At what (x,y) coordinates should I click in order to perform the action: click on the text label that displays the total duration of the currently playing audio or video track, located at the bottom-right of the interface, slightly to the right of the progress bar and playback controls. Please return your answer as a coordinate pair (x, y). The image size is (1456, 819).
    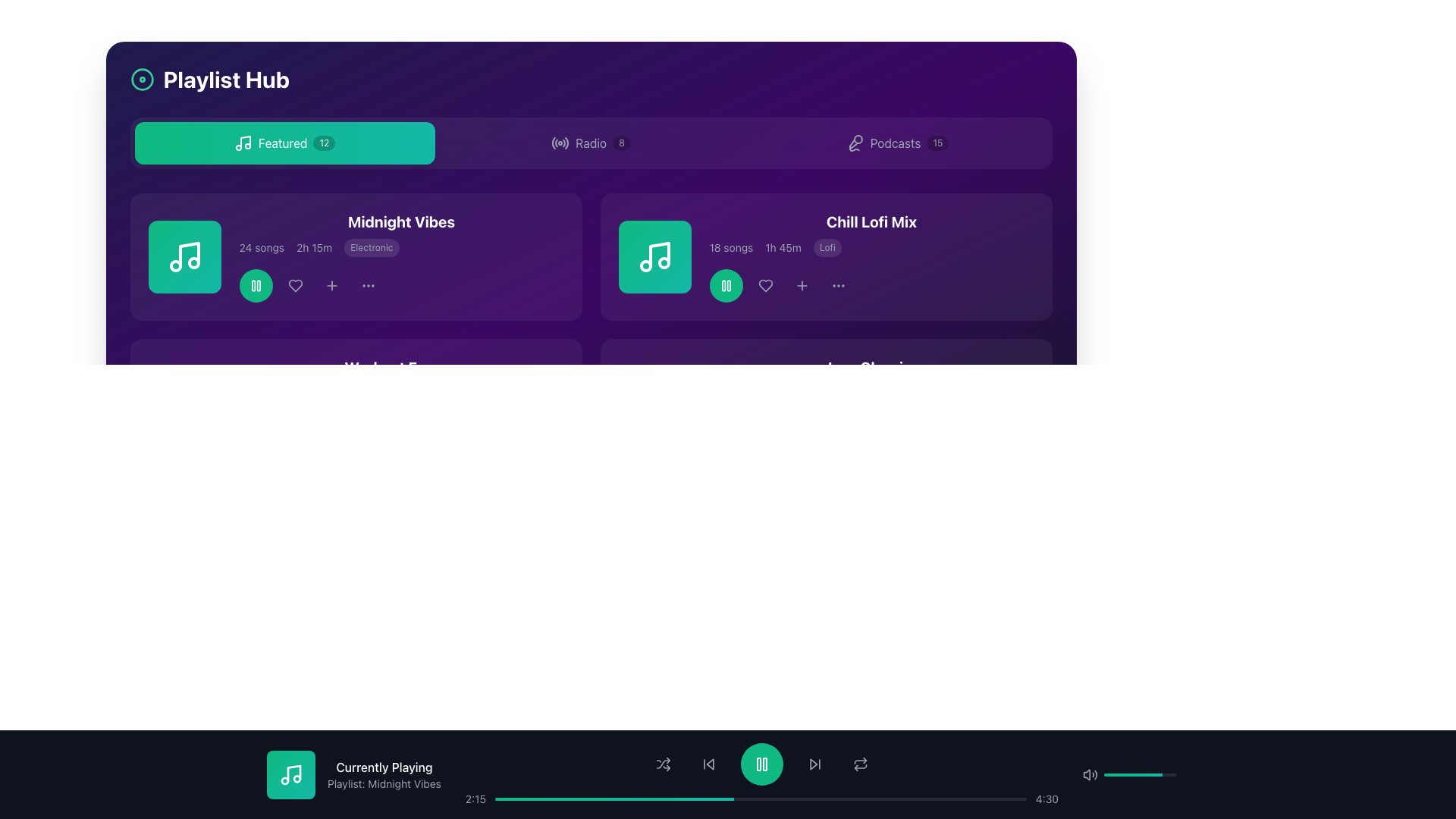
    Looking at the image, I should click on (1046, 798).